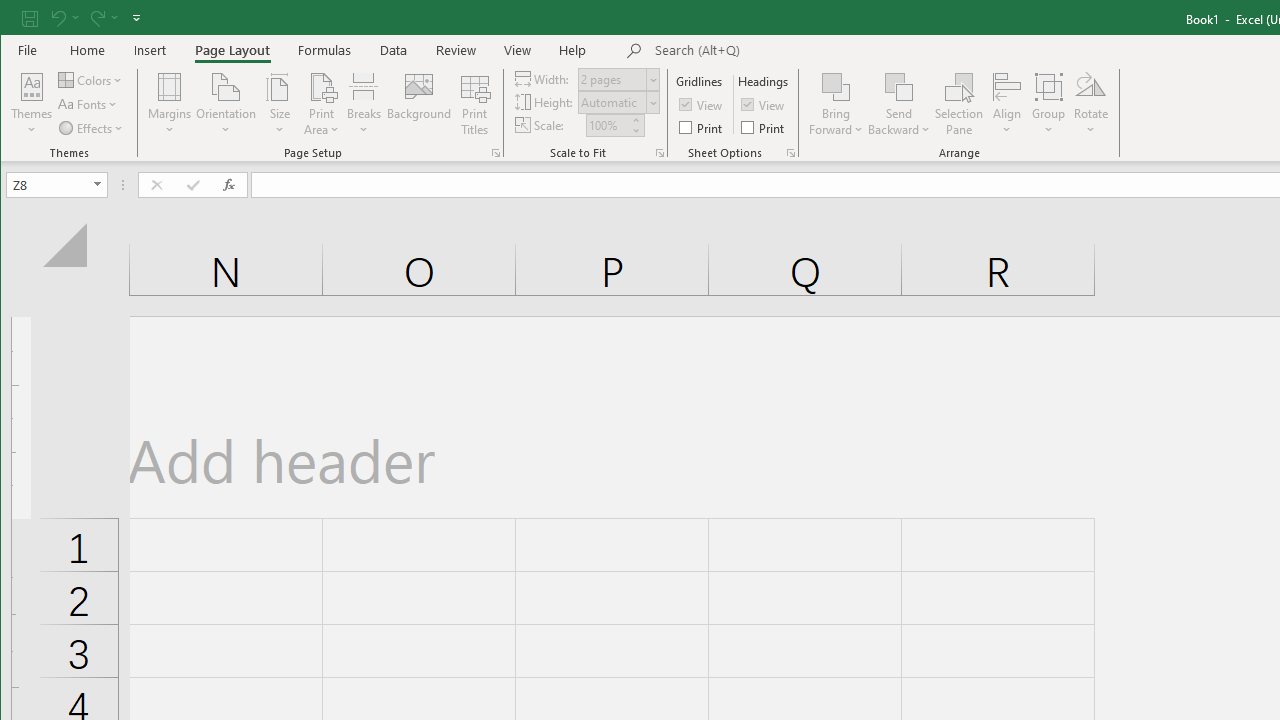 This screenshot has width=1280, height=720. What do you see at coordinates (611, 102) in the screenshot?
I see `'Height'` at bounding box center [611, 102].